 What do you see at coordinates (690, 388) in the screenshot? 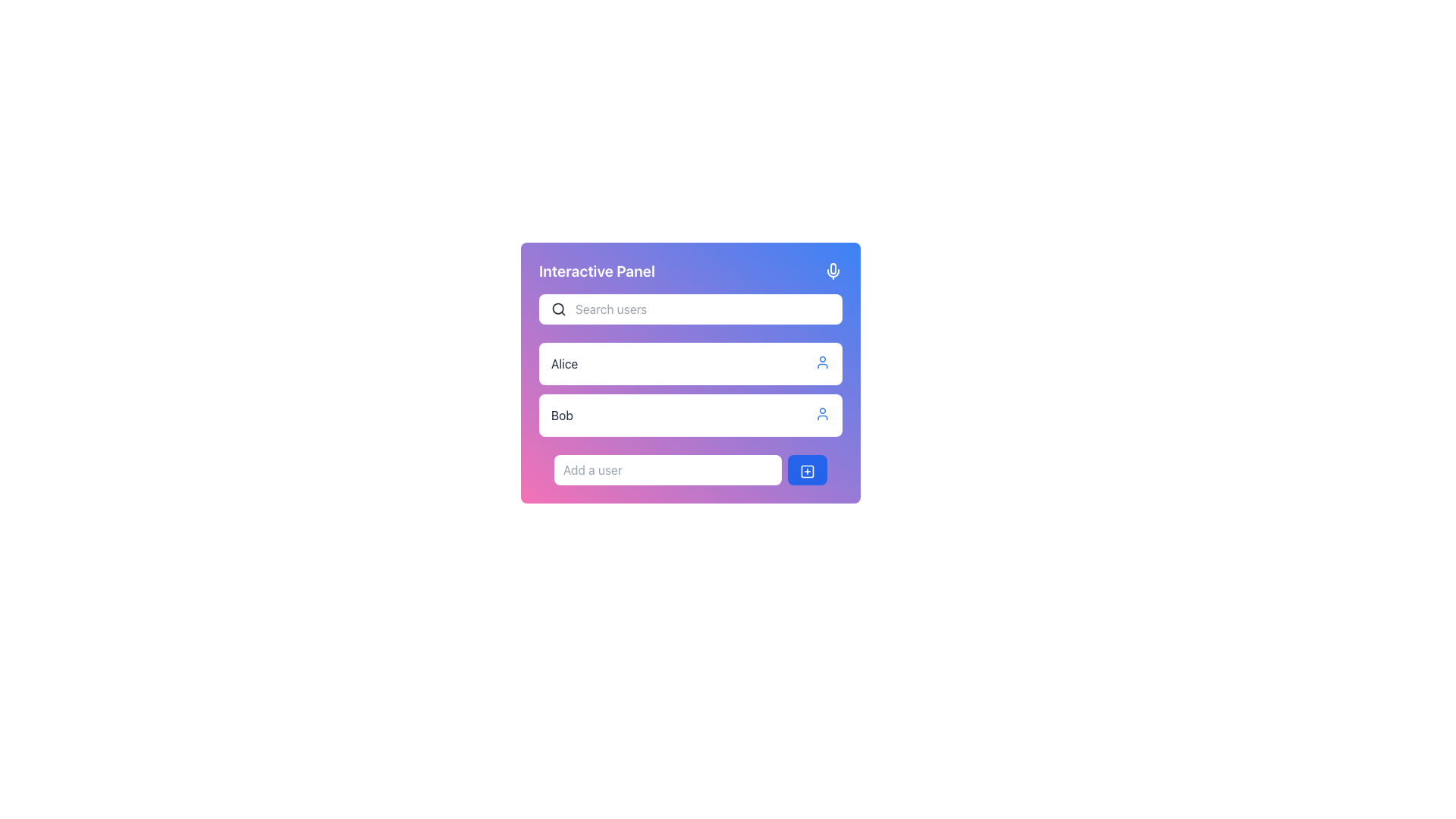
I see `the List of structured containers containing the usernames 'Alice' and 'Bob'` at bounding box center [690, 388].